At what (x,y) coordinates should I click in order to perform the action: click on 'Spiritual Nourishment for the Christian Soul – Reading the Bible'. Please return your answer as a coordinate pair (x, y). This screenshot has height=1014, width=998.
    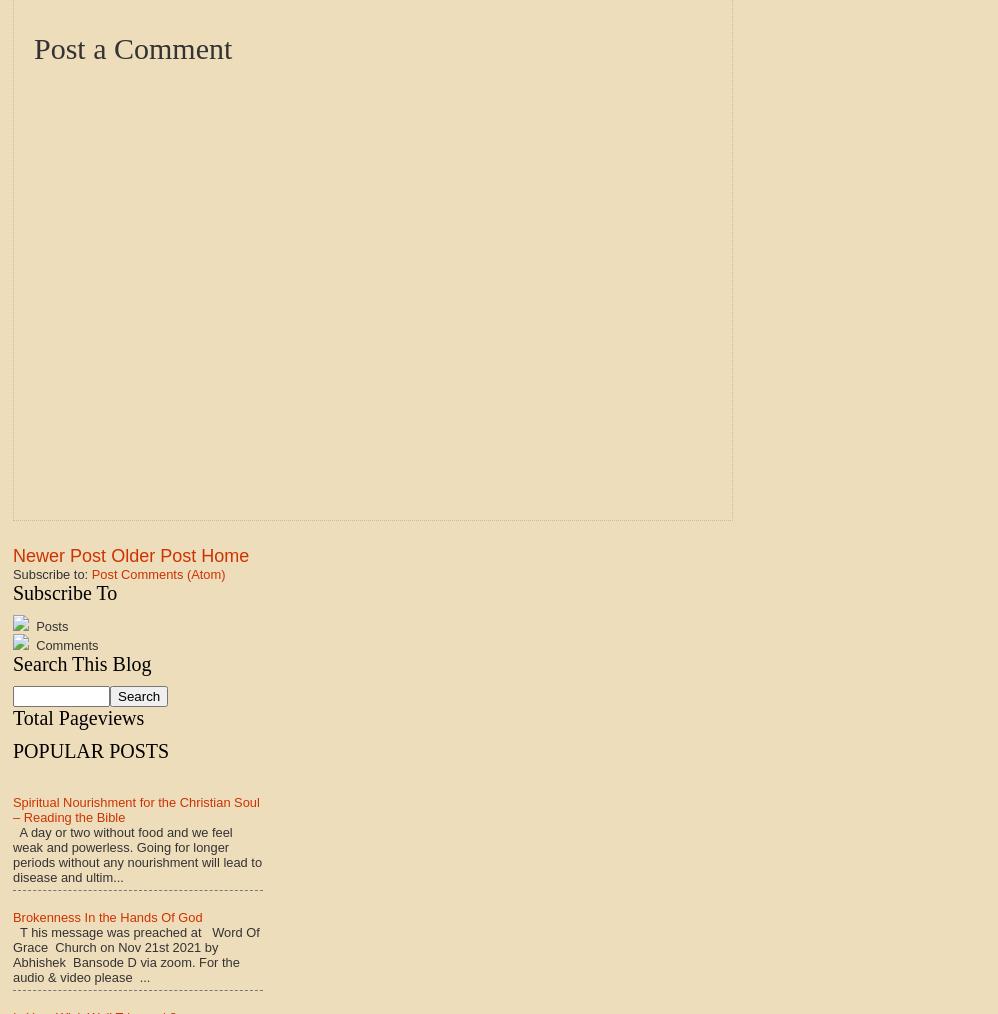
    Looking at the image, I should click on (136, 809).